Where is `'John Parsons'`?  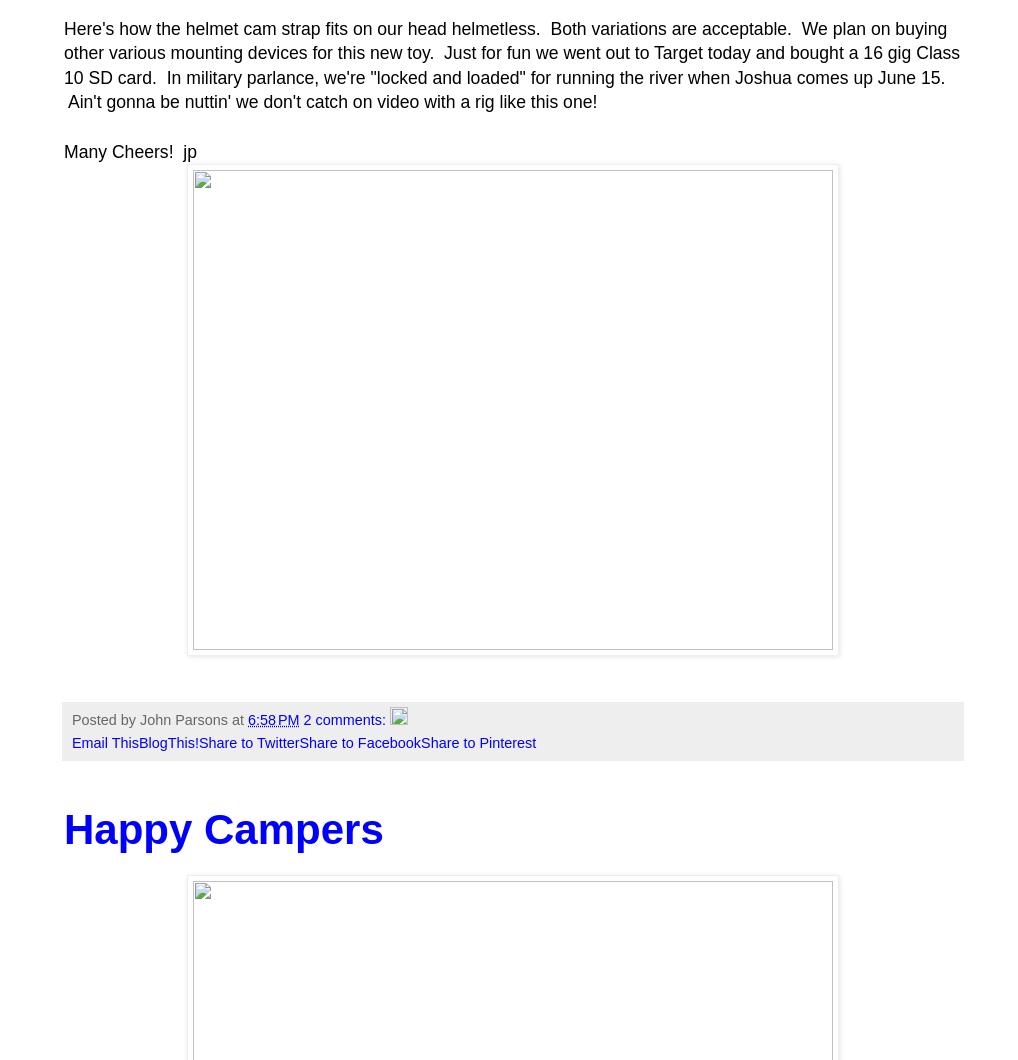
'John Parsons' is located at coordinates (183, 717).